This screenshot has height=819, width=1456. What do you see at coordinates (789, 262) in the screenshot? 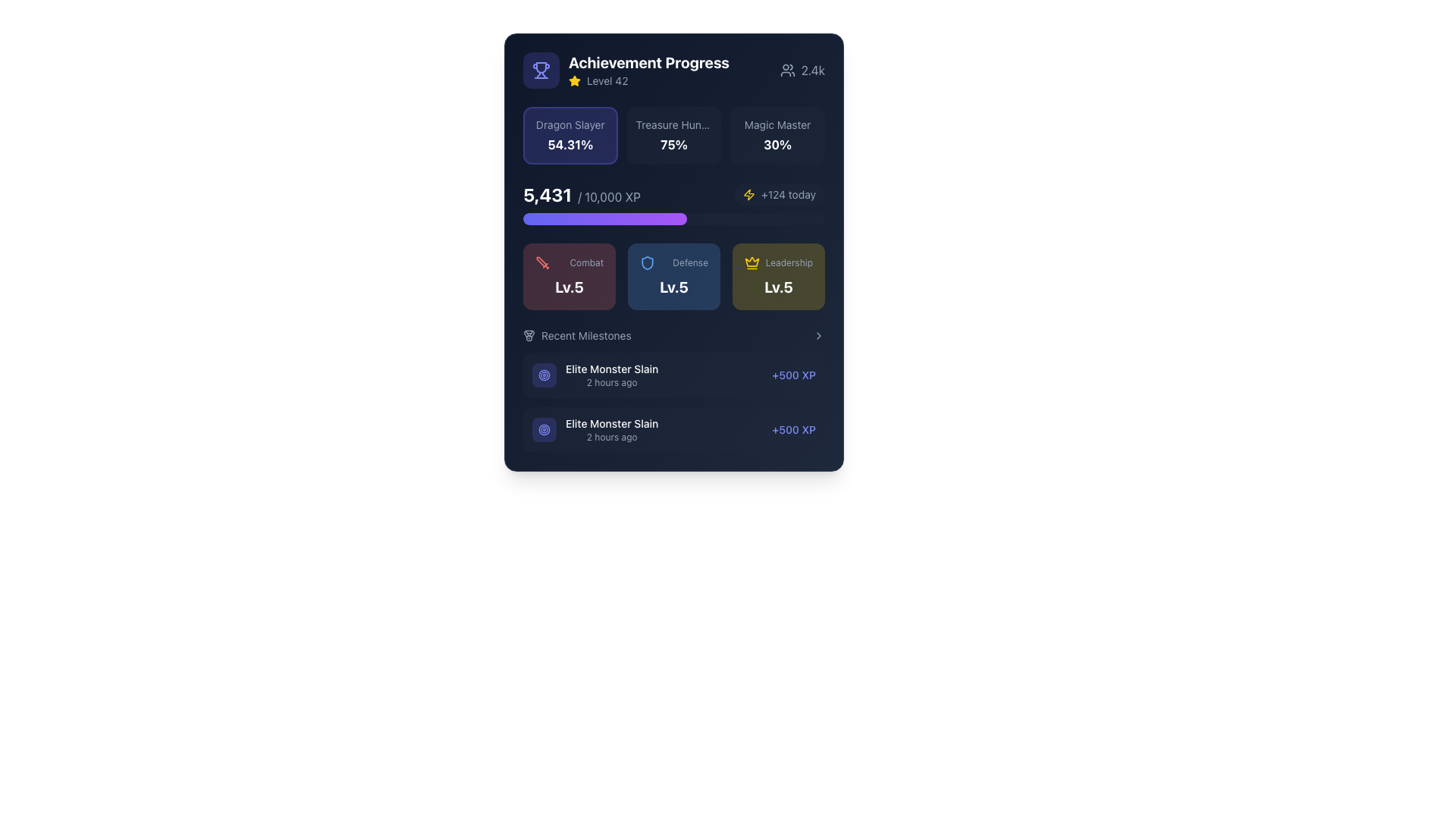
I see `the static text label reading 'Leadership' which is styled with a small font and a slate-gray color, located in the top-right portion of the level card within the 'Achievement Progress' widget` at bounding box center [789, 262].